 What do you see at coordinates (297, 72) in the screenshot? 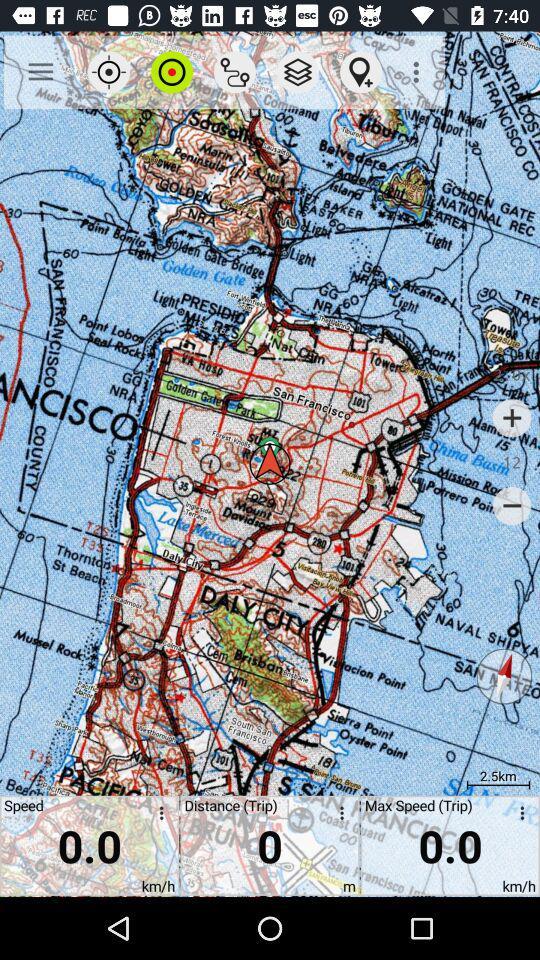
I see `app above the distance (trip) icon` at bounding box center [297, 72].